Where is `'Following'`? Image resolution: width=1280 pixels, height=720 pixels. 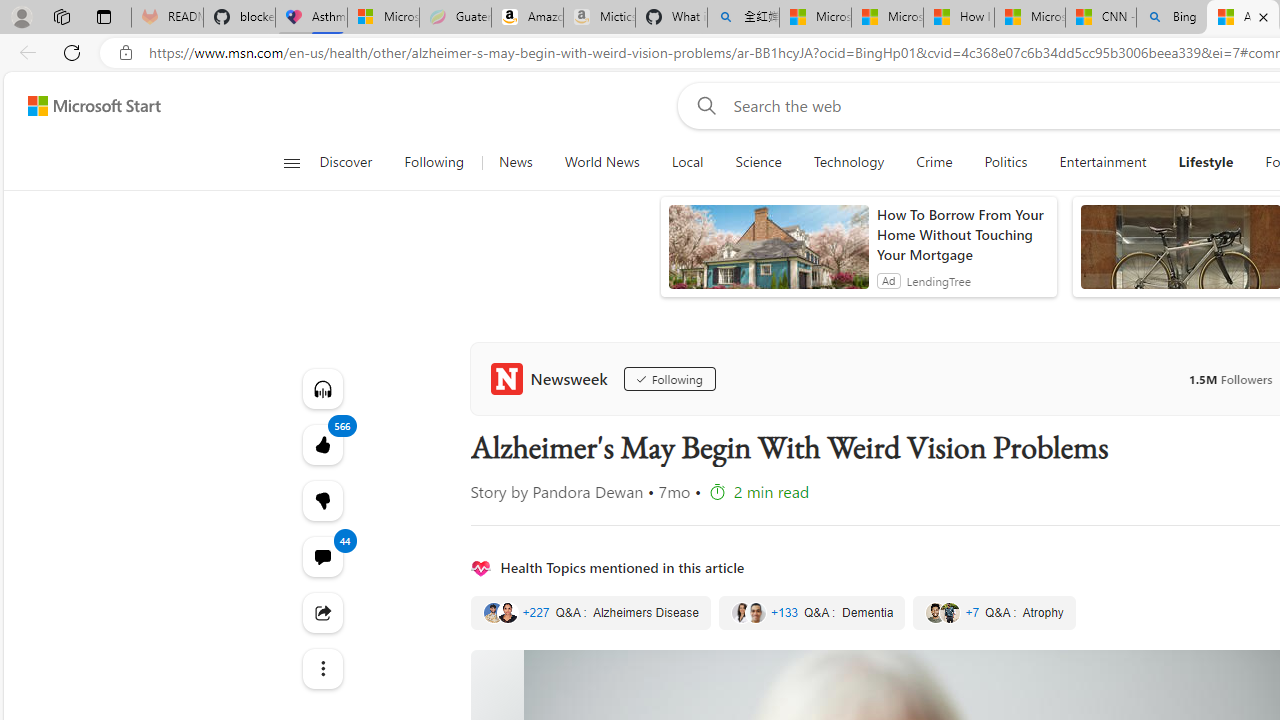 'Following' is located at coordinates (669, 379).